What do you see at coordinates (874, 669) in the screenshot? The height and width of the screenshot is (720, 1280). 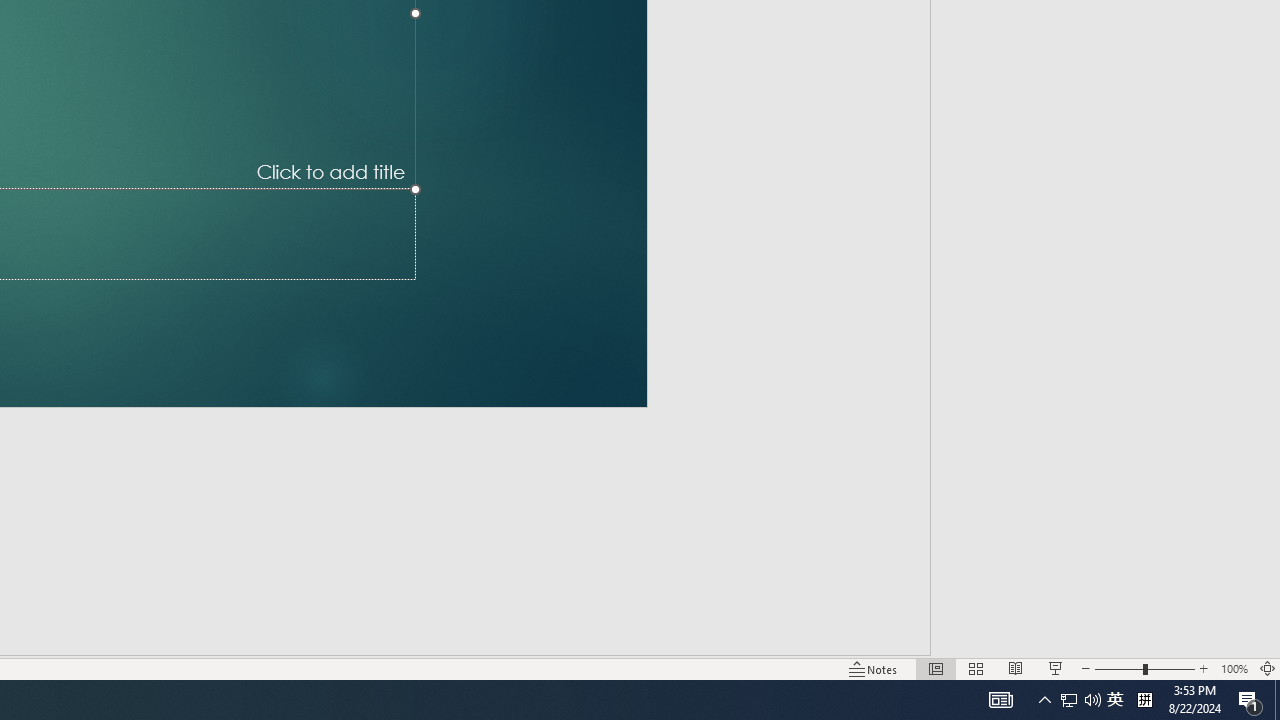 I see `'Notes '` at bounding box center [874, 669].